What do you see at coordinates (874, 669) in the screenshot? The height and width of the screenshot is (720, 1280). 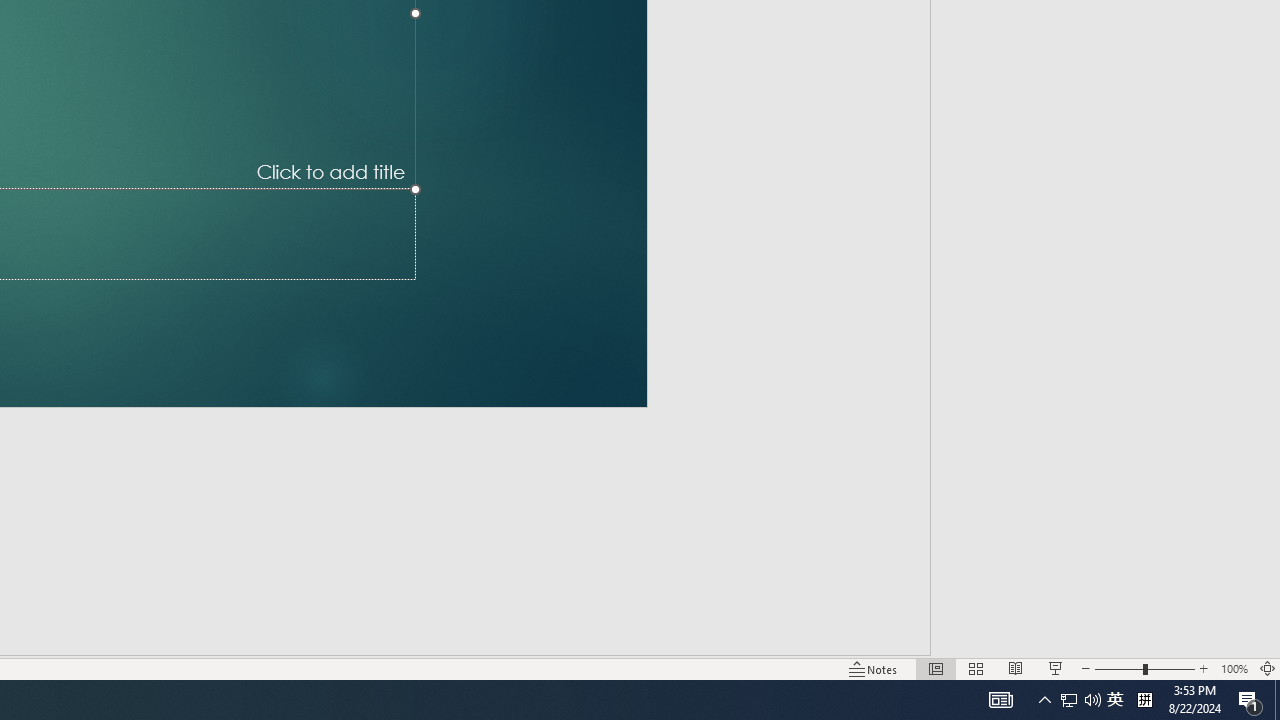 I see `'Notes '` at bounding box center [874, 669].